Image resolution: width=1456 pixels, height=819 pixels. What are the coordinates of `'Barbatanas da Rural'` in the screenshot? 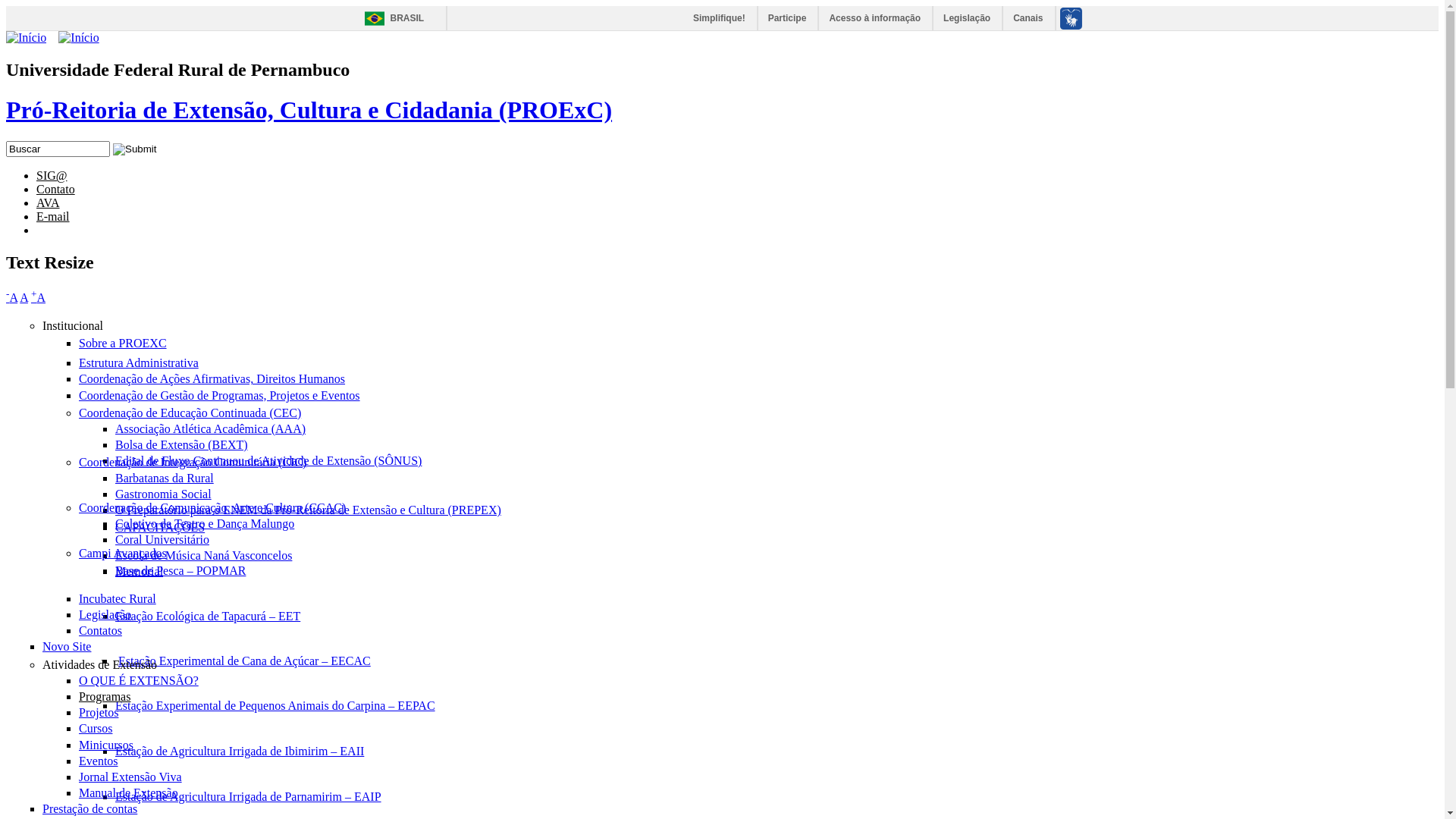 It's located at (164, 478).